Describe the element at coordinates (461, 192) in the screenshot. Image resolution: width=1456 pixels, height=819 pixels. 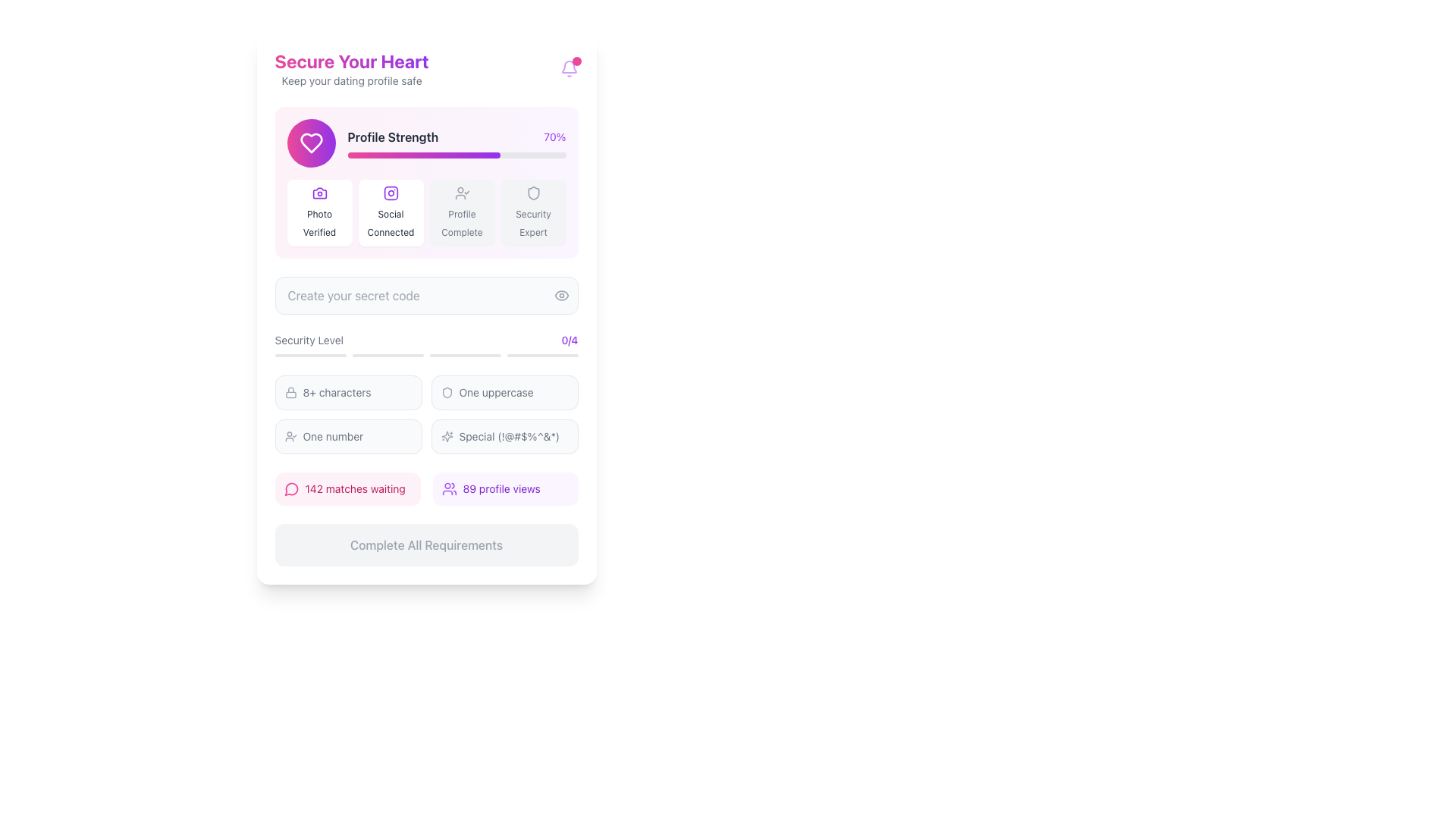
I see `the 'Profile Complete' status icon located in the 'Profile Strength' section, which is the third icon from the left, positioned between the 'Social Connected' and 'Security Expert' icons` at that location.